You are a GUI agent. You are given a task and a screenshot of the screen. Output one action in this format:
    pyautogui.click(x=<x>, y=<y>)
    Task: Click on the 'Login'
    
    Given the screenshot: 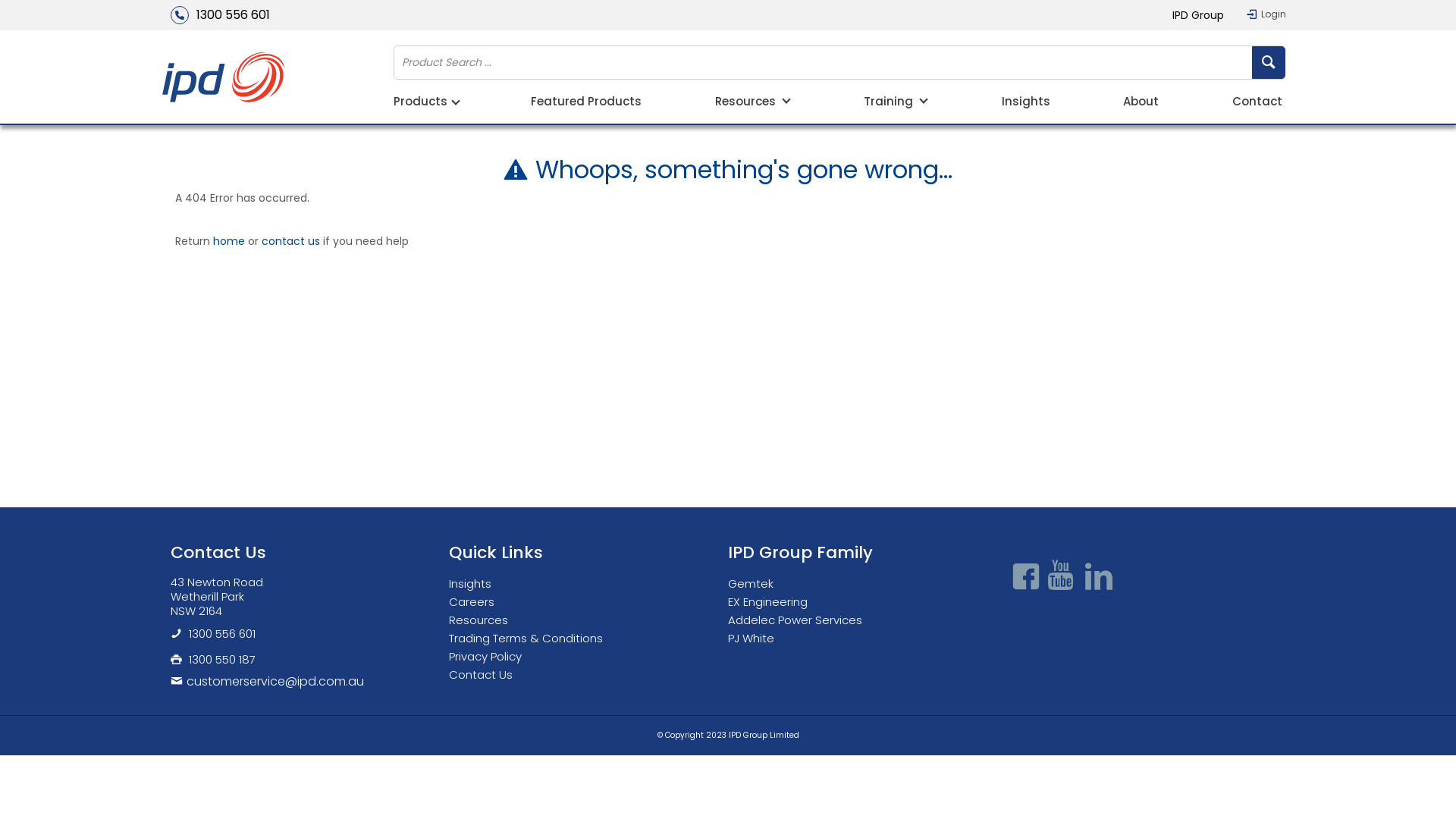 What is the action you would take?
    pyautogui.click(x=1266, y=14)
    